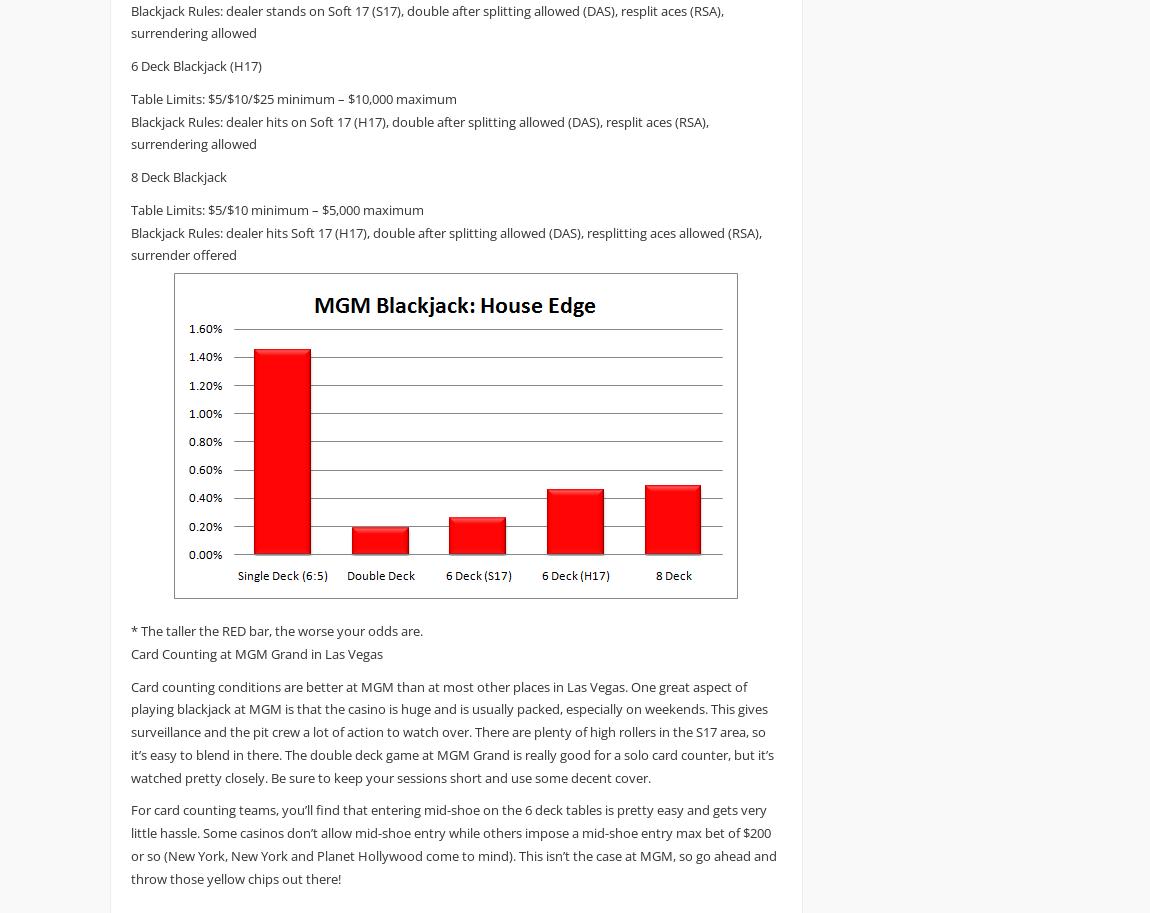  Describe the element at coordinates (276, 629) in the screenshot. I see `'* The taller the RED bar, the worse your odds are.'` at that location.